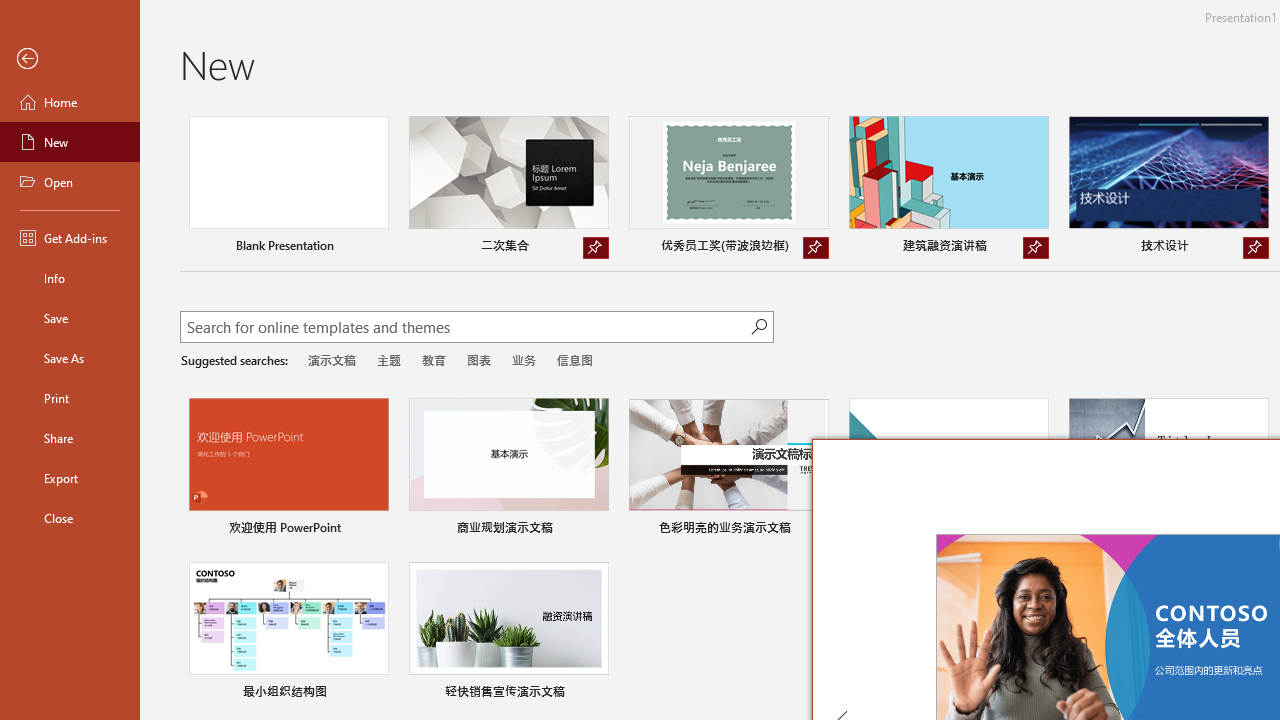  What do you see at coordinates (287, 187) in the screenshot?
I see `'Blank Presentation'` at bounding box center [287, 187].